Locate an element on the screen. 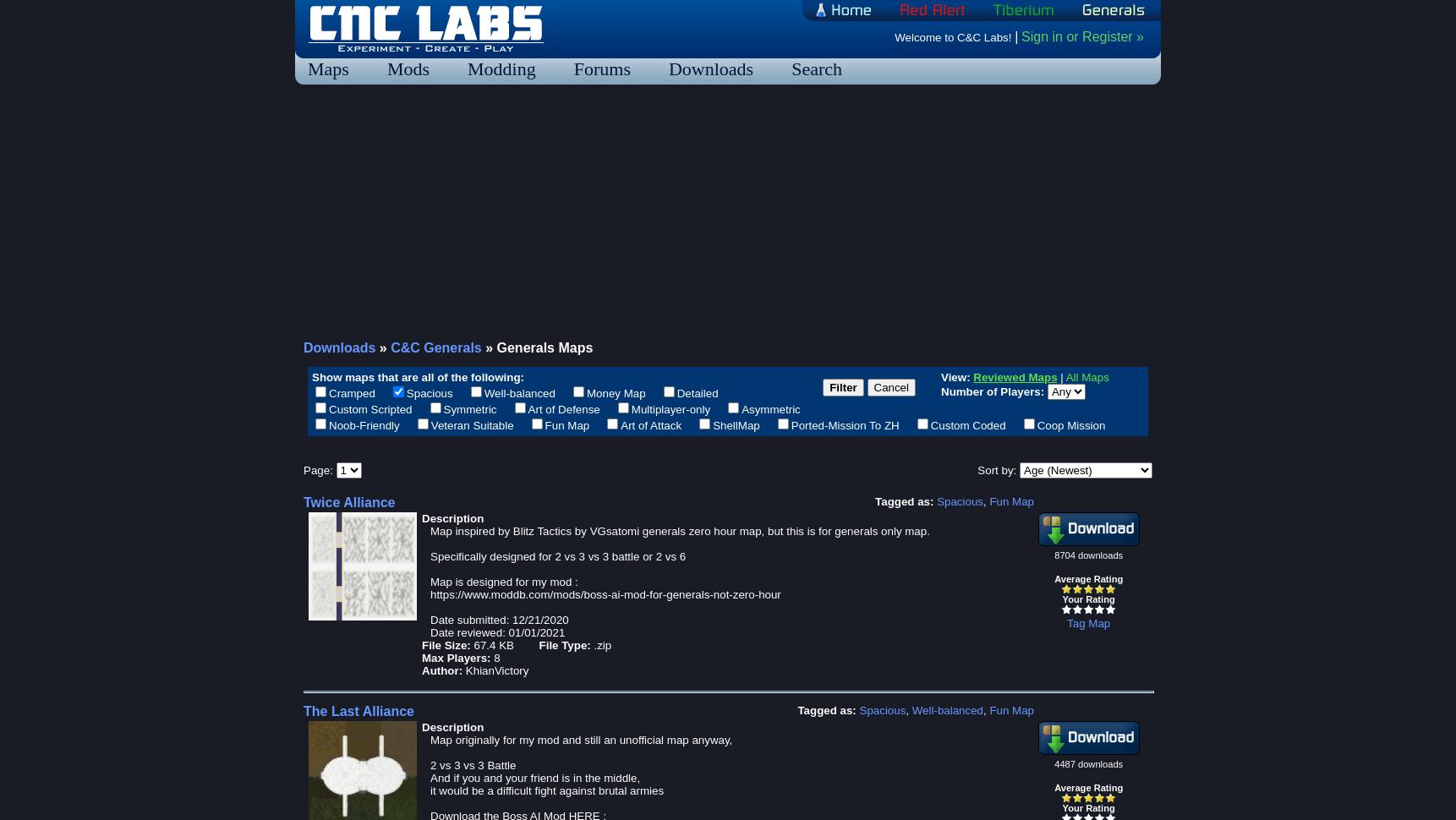 The width and height of the screenshot is (1456, 820). 'Max Players:' is located at coordinates (456, 658).